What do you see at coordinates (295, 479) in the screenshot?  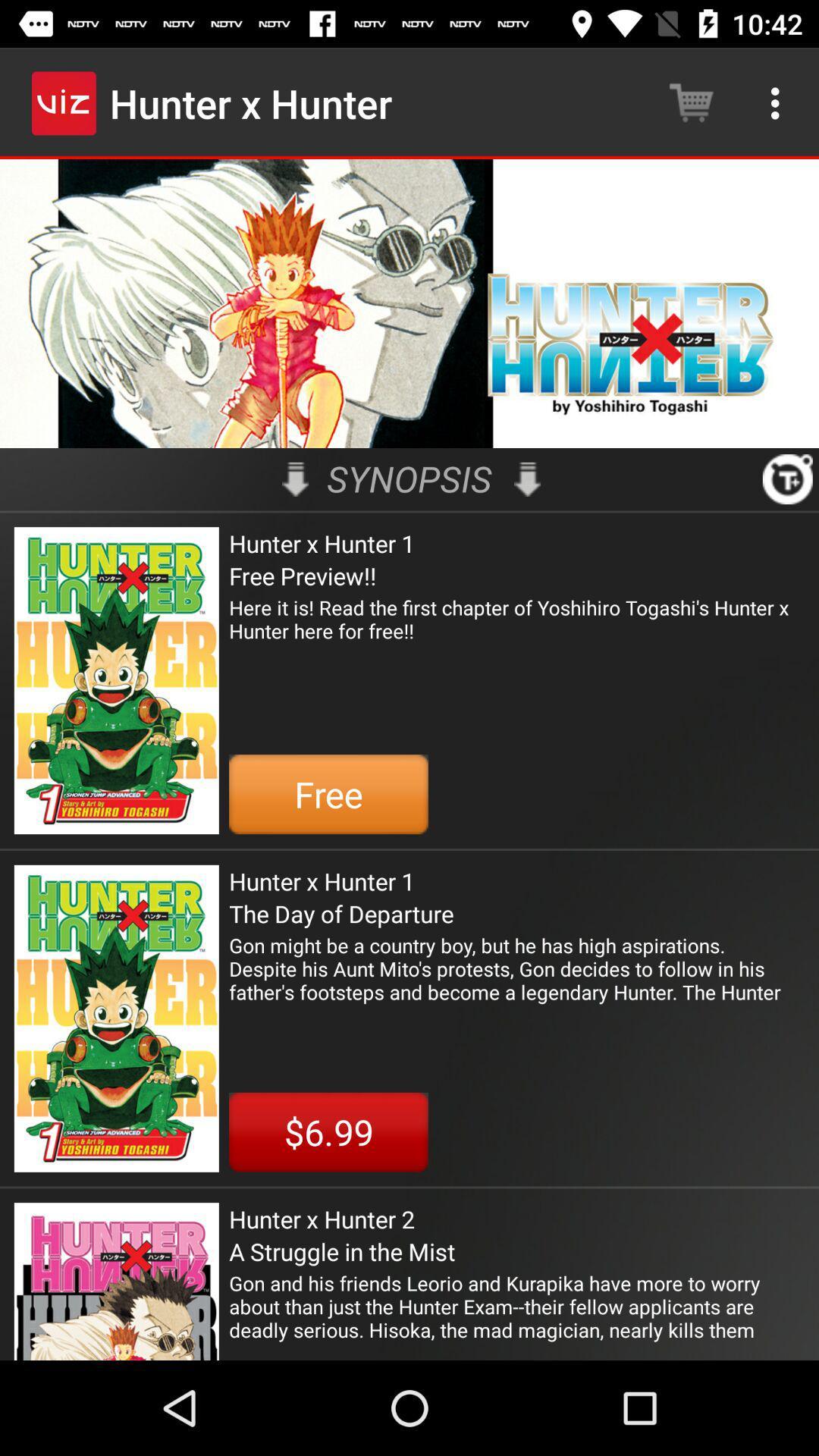 I see `item above hunter x hunter` at bounding box center [295, 479].